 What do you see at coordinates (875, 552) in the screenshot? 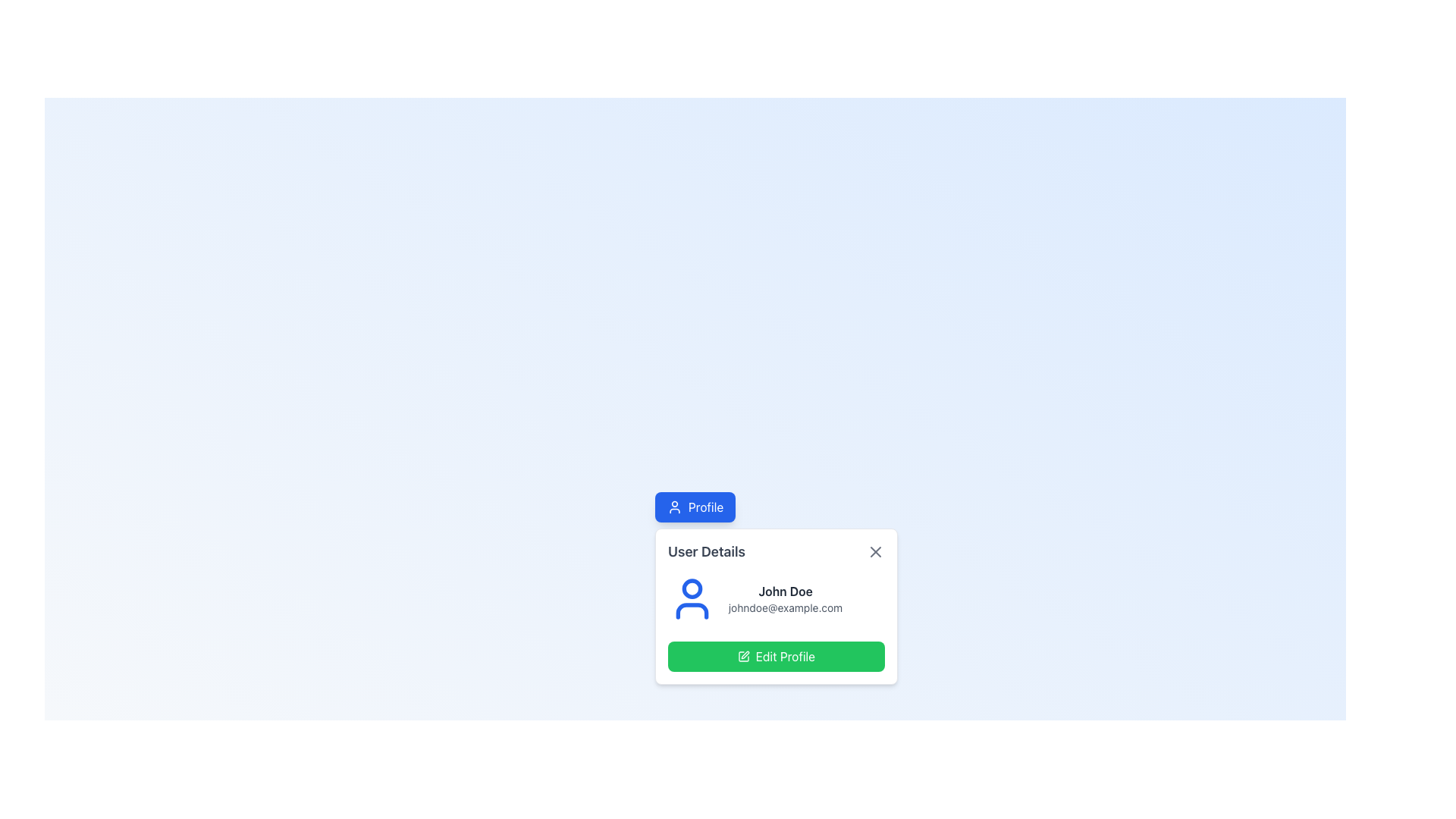
I see `the close ('X') button at the upper-right corner of the 'User Details' card` at bounding box center [875, 552].